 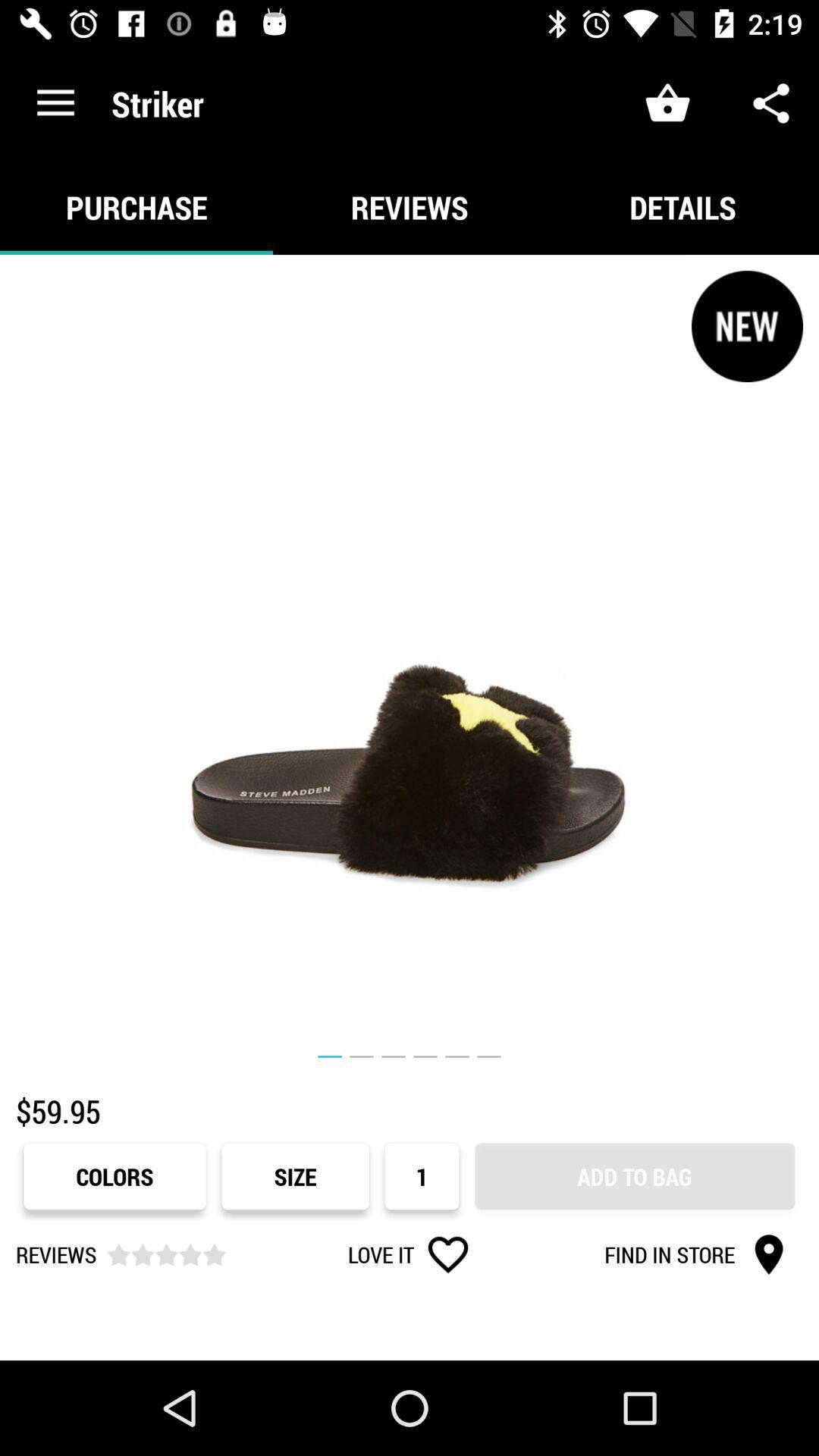 I want to click on icon above $59.95 item, so click(x=409, y=664).